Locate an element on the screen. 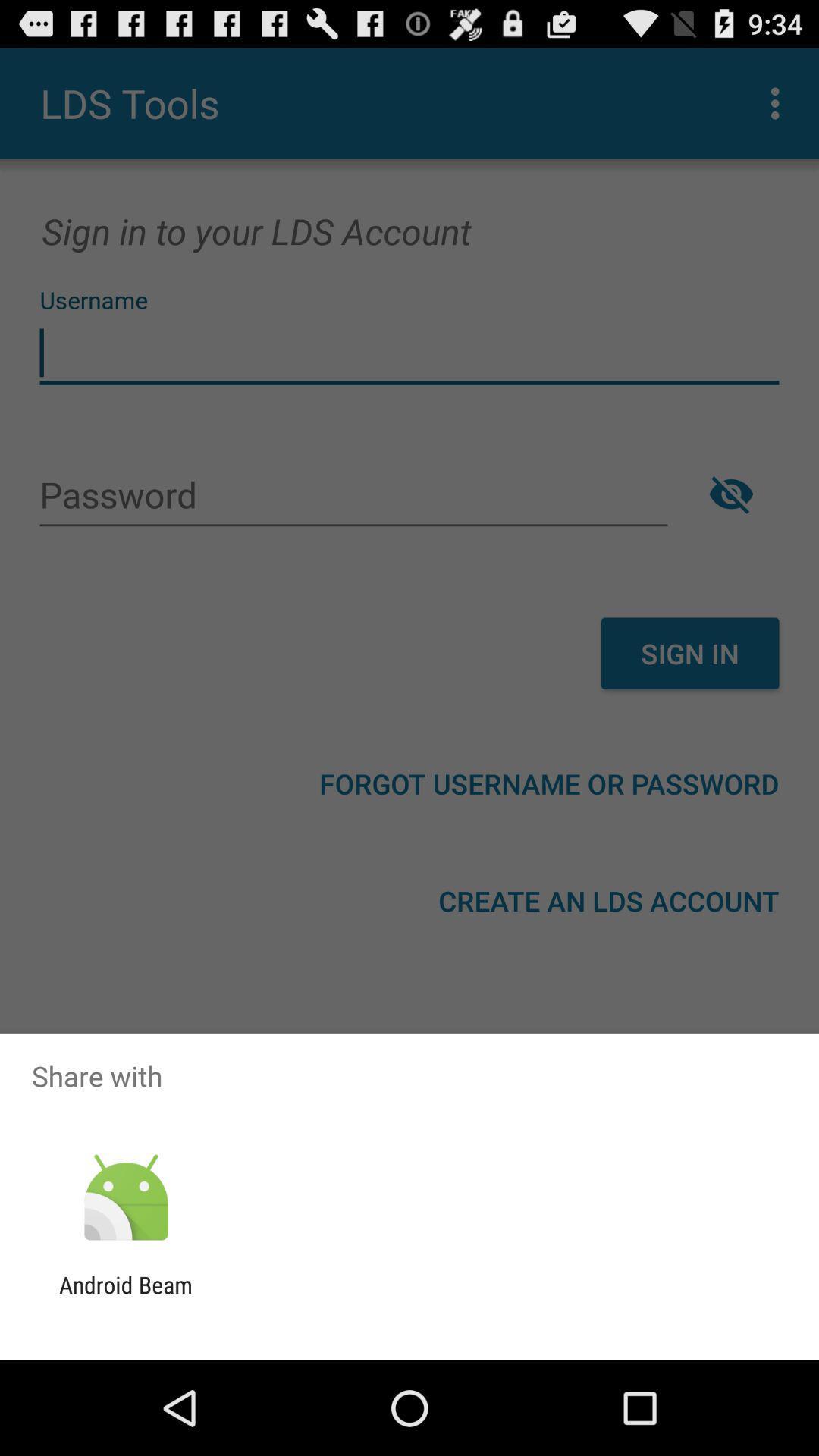  android beam item is located at coordinates (125, 1298).